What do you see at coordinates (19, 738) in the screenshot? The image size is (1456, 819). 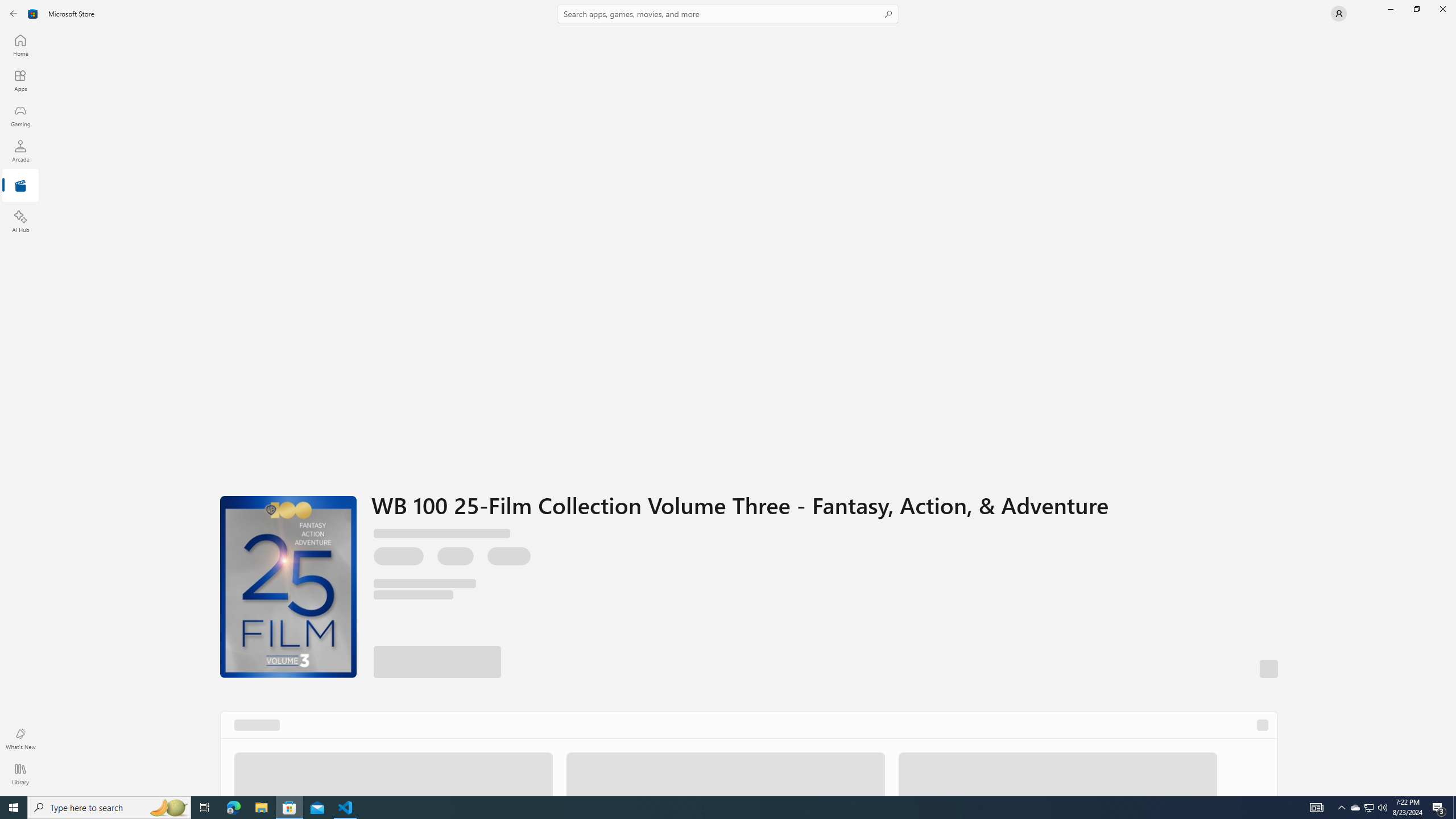 I see `'What'` at bounding box center [19, 738].